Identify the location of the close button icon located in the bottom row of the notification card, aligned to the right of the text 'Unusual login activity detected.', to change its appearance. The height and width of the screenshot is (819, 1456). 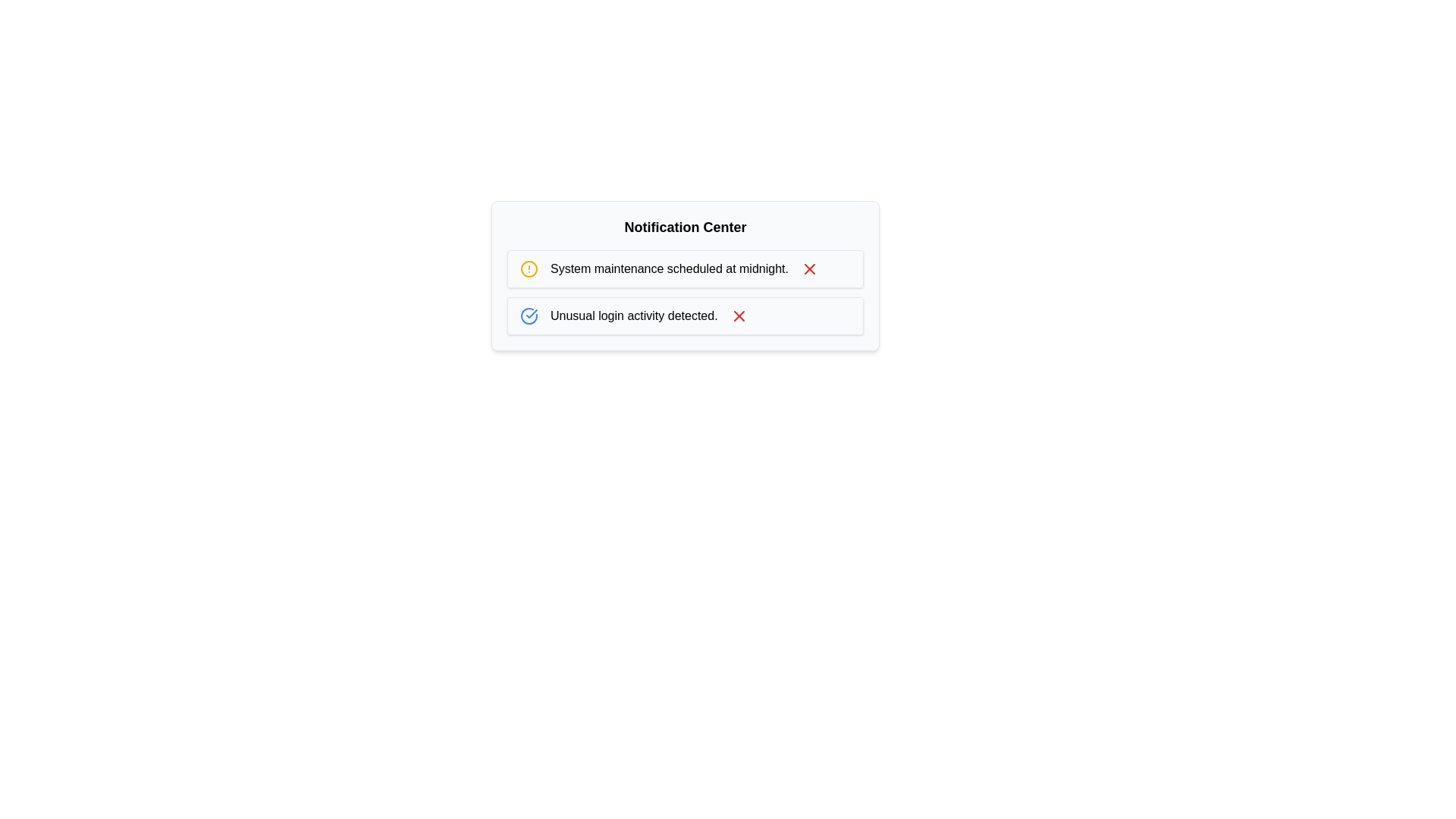
(739, 315).